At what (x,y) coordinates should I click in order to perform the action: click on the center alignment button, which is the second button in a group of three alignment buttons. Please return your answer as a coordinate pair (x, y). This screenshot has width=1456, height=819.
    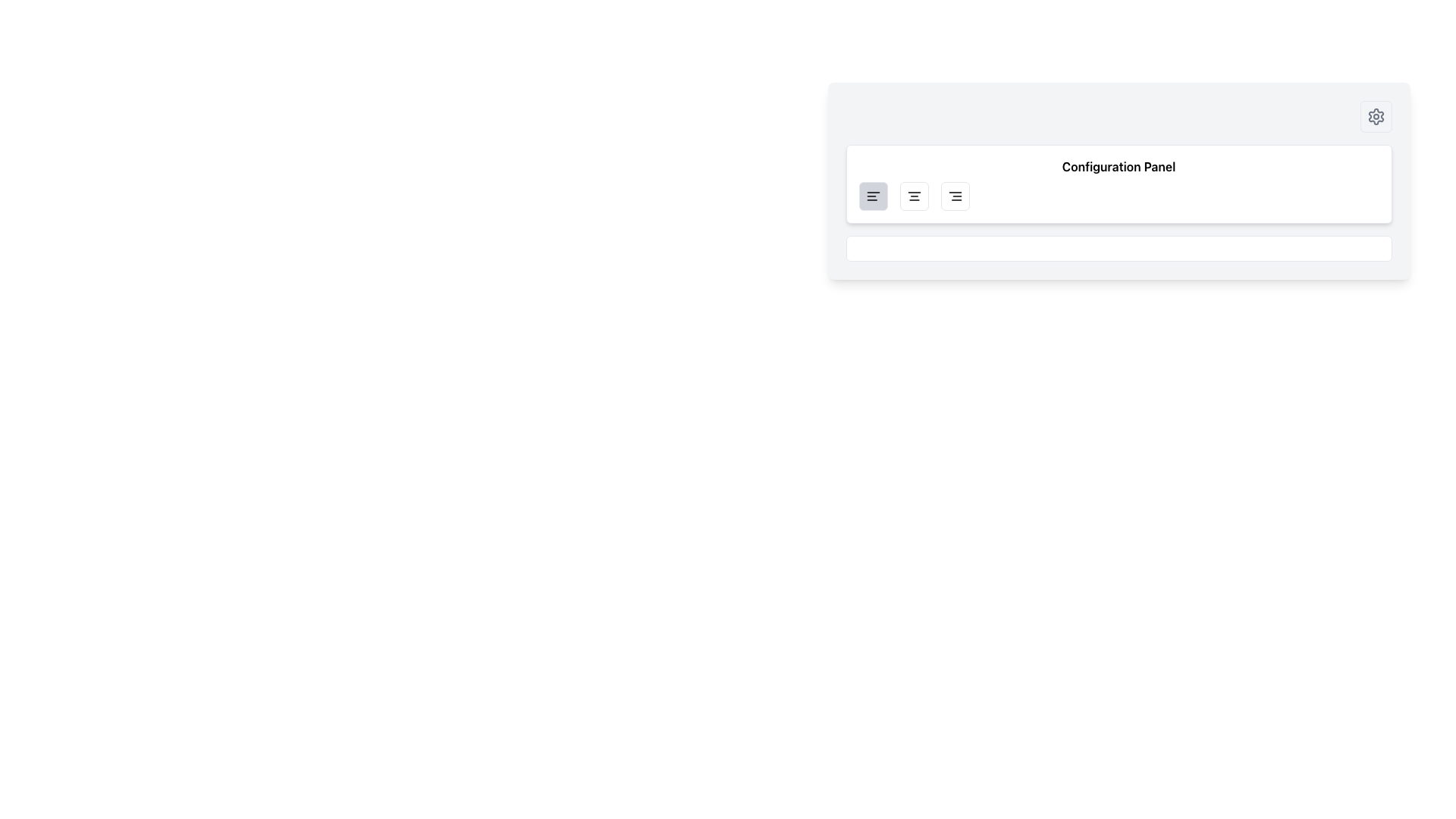
    Looking at the image, I should click on (913, 195).